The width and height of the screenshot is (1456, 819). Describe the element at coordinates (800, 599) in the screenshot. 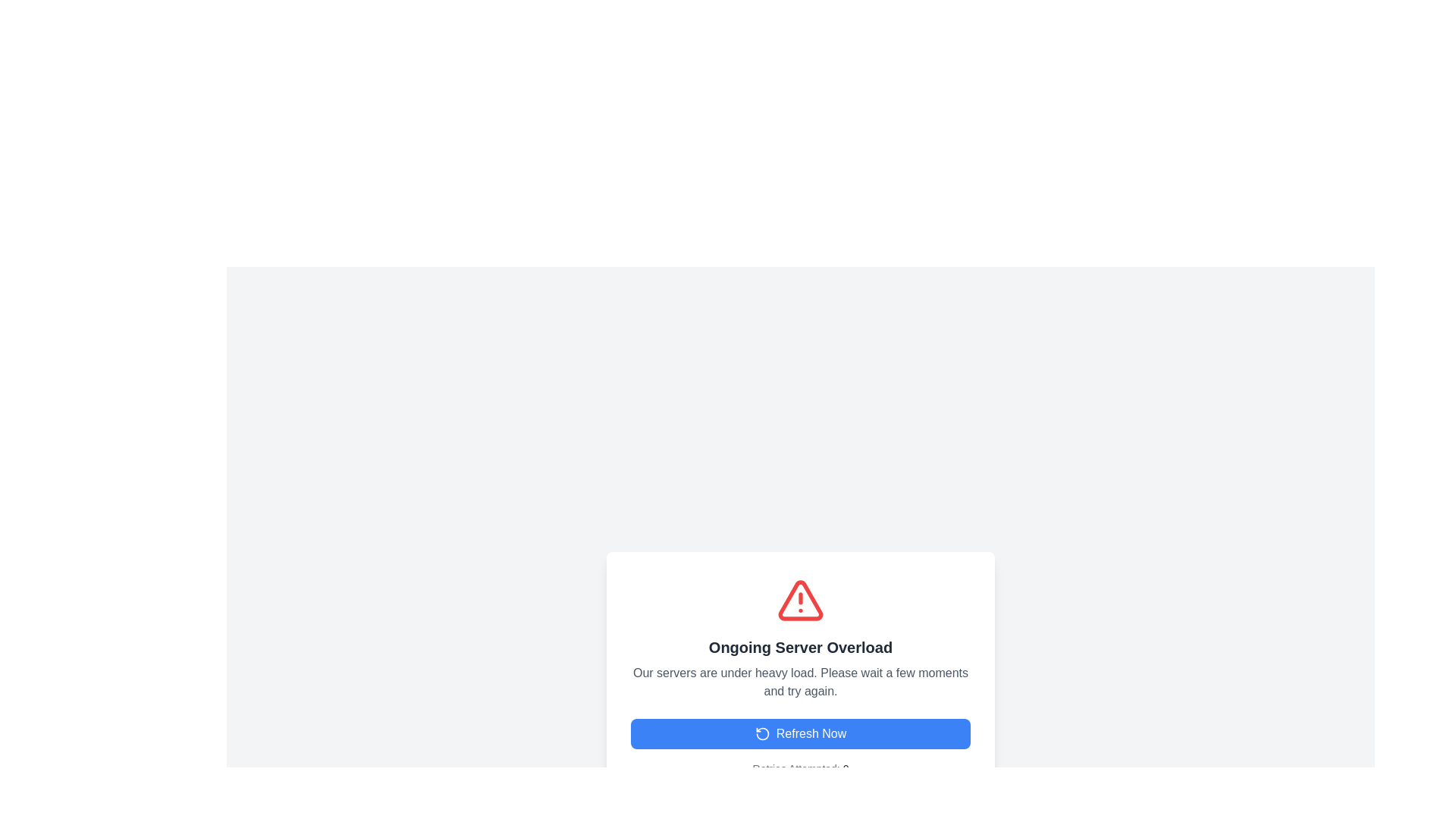

I see `the alert icon located at the center of the modal, directly above the text 'Ongoing Server Overload', to draw attention to the warning message` at that location.